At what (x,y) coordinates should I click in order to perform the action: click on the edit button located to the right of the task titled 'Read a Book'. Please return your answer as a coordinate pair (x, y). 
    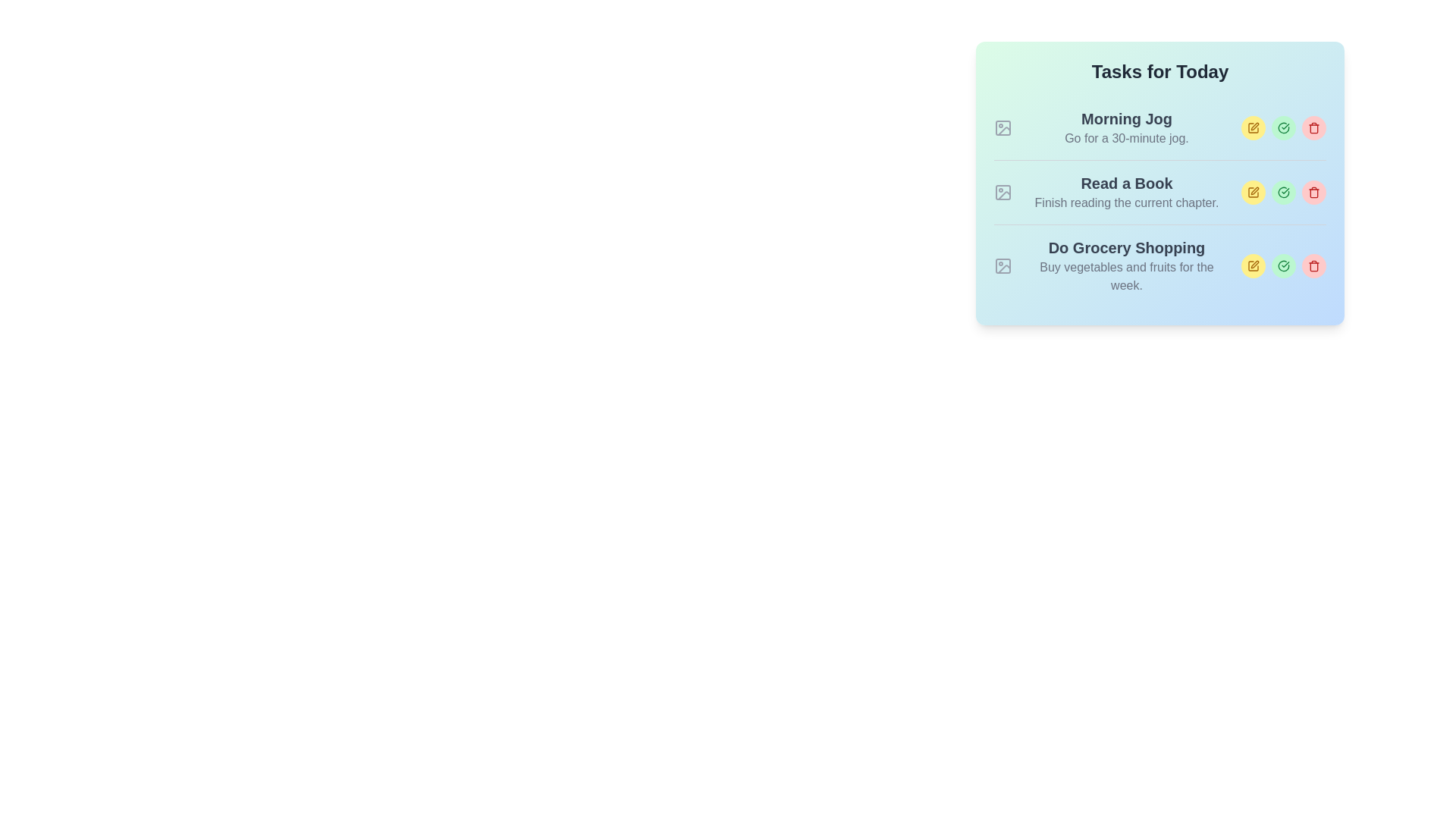
    Looking at the image, I should click on (1253, 192).